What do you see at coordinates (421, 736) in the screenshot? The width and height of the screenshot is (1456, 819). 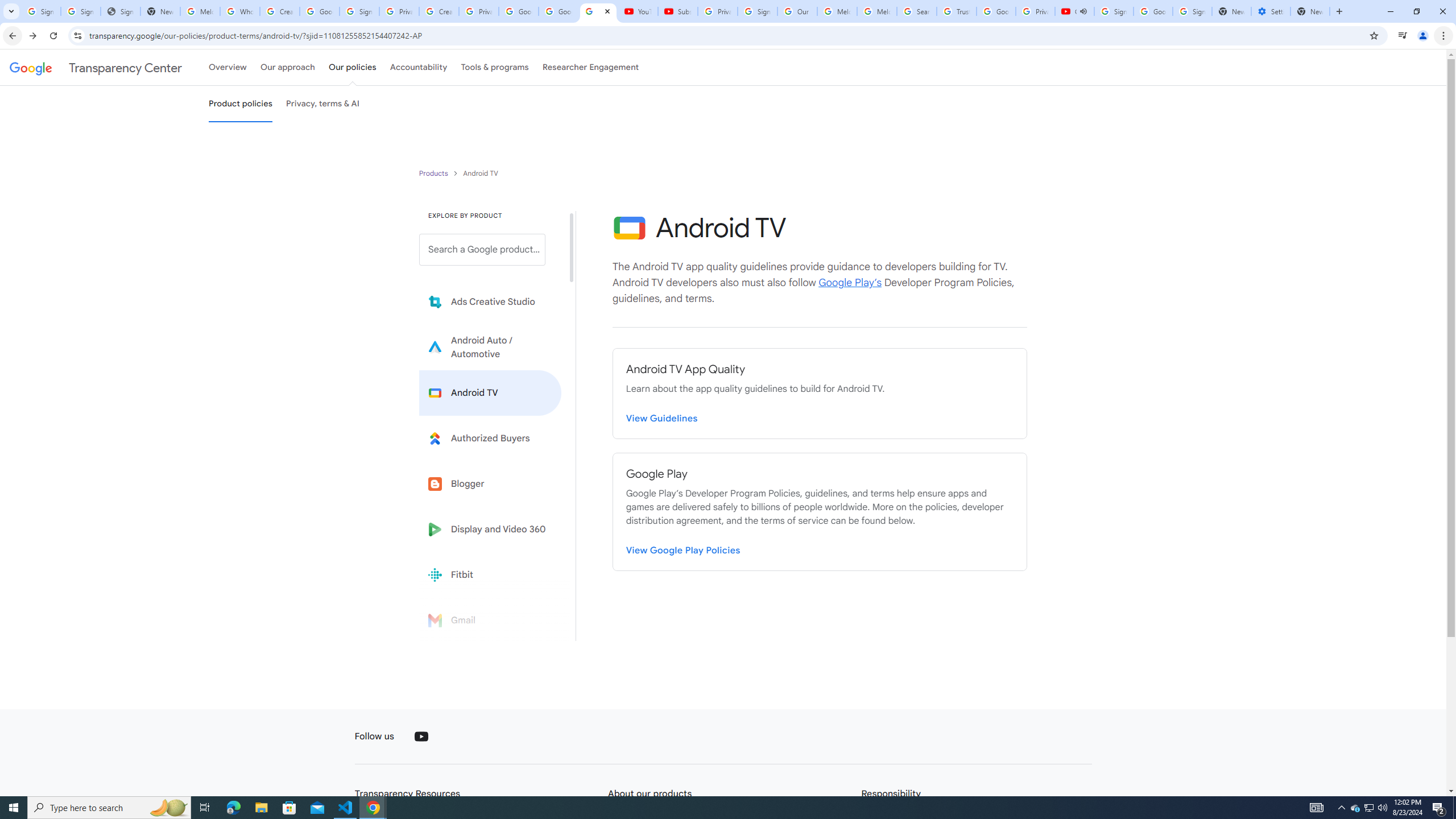 I see `'YouTube'` at bounding box center [421, 736].